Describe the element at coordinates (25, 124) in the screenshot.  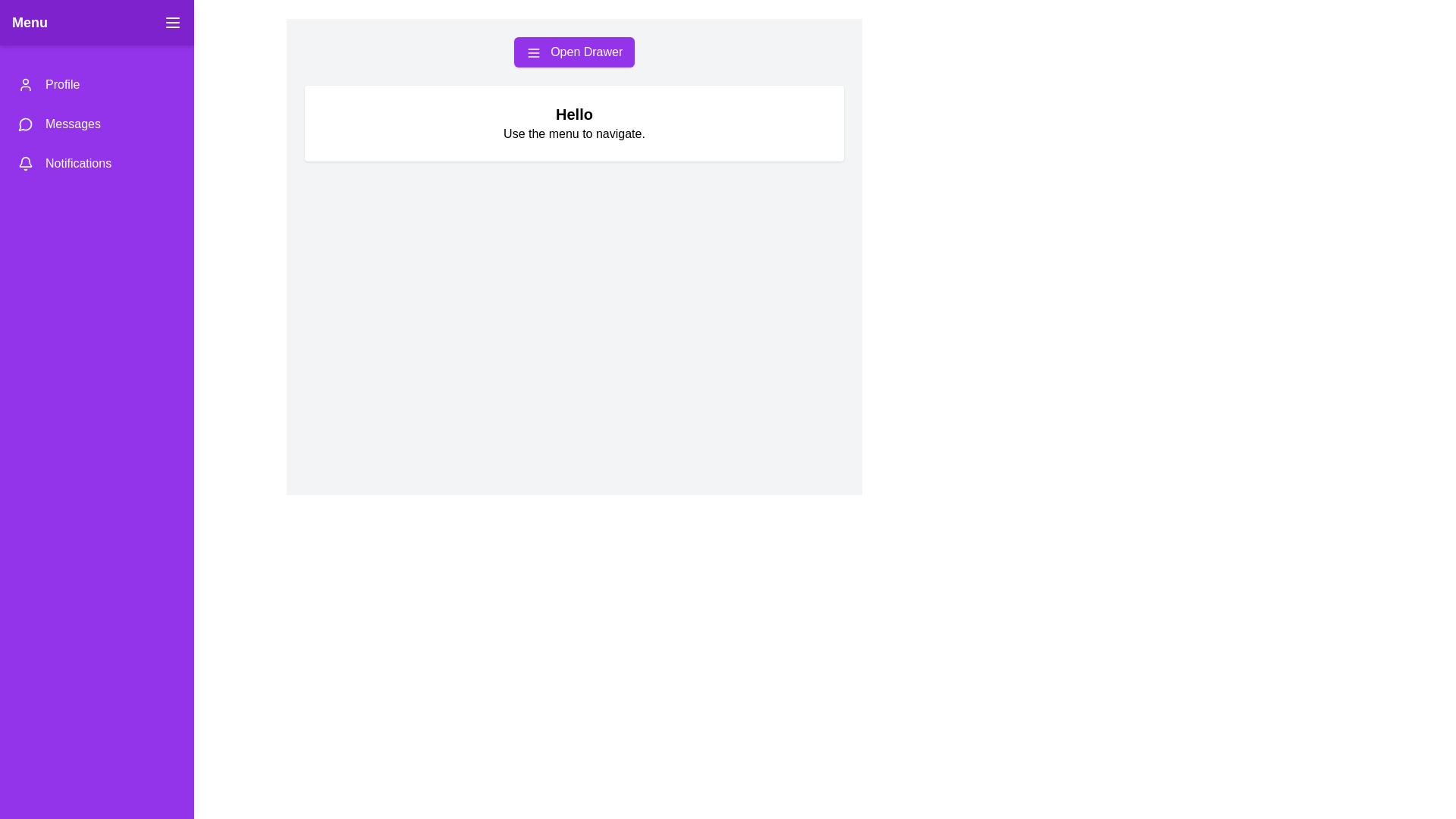
I see `the 'Messages' icon in the left sidebar navigation menu` at that location.